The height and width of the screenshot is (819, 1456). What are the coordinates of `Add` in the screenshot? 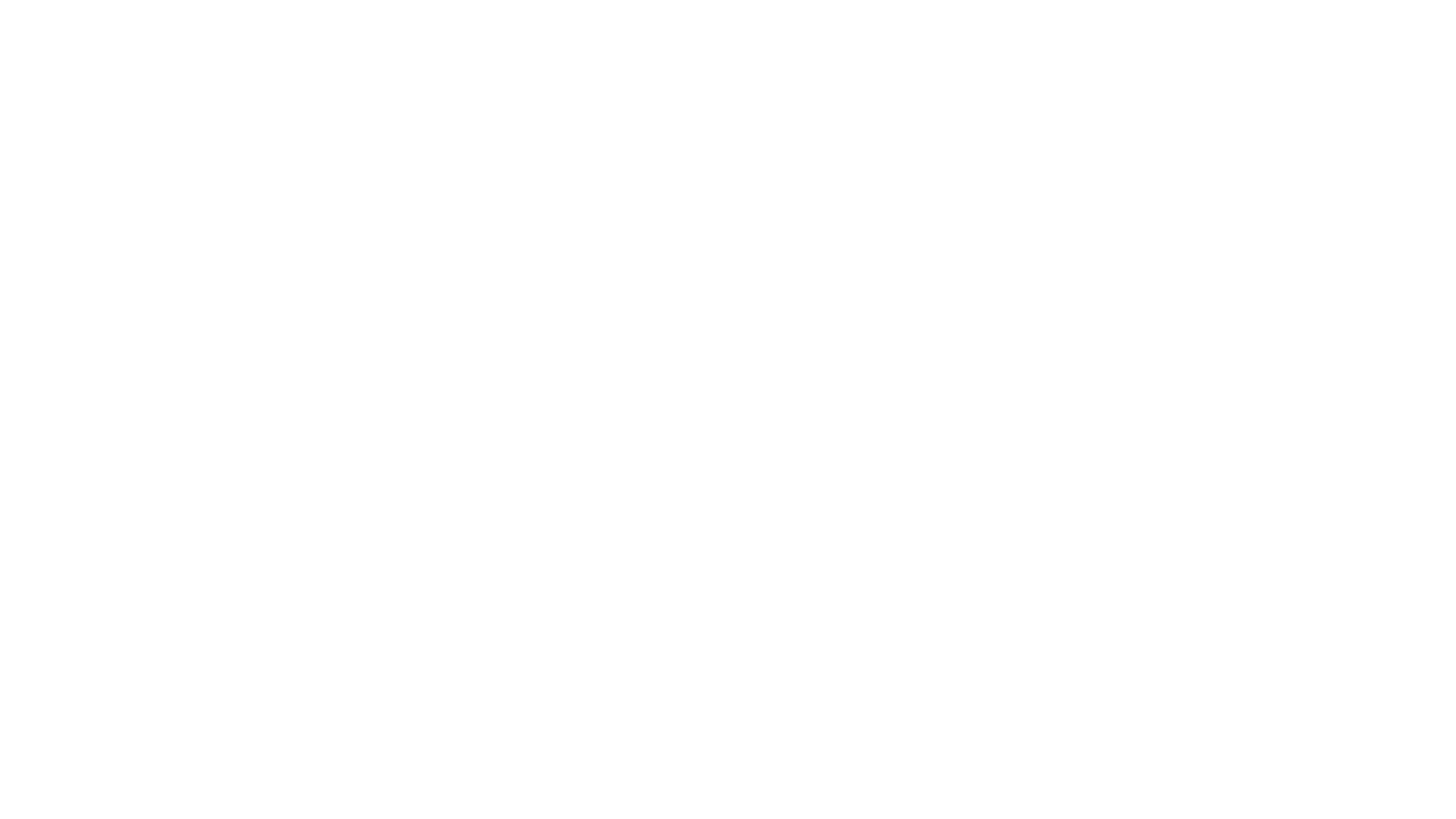 It's located at (546, 127).